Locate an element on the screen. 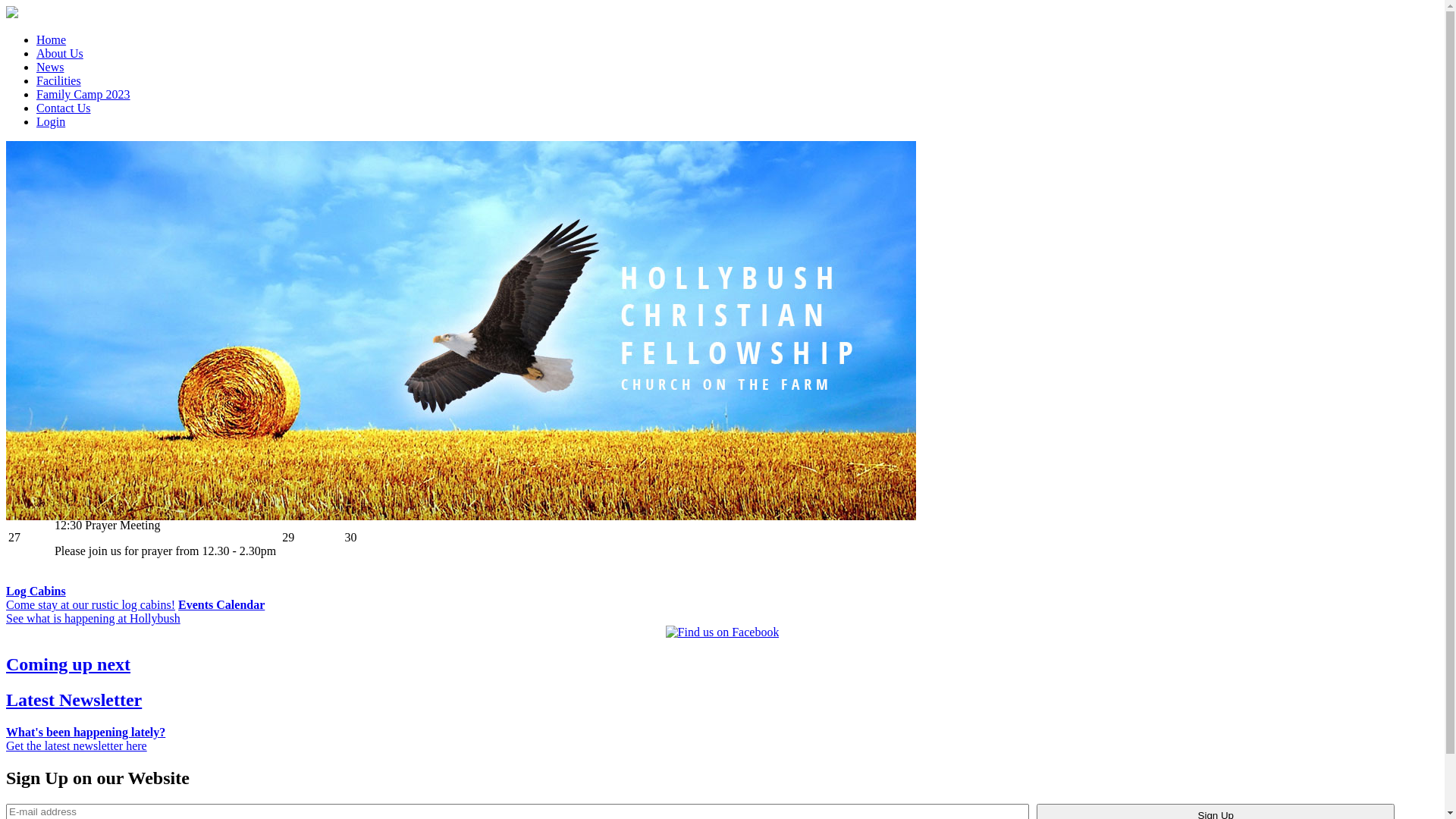  'Coming up next' is located at coordinates (6, 664).